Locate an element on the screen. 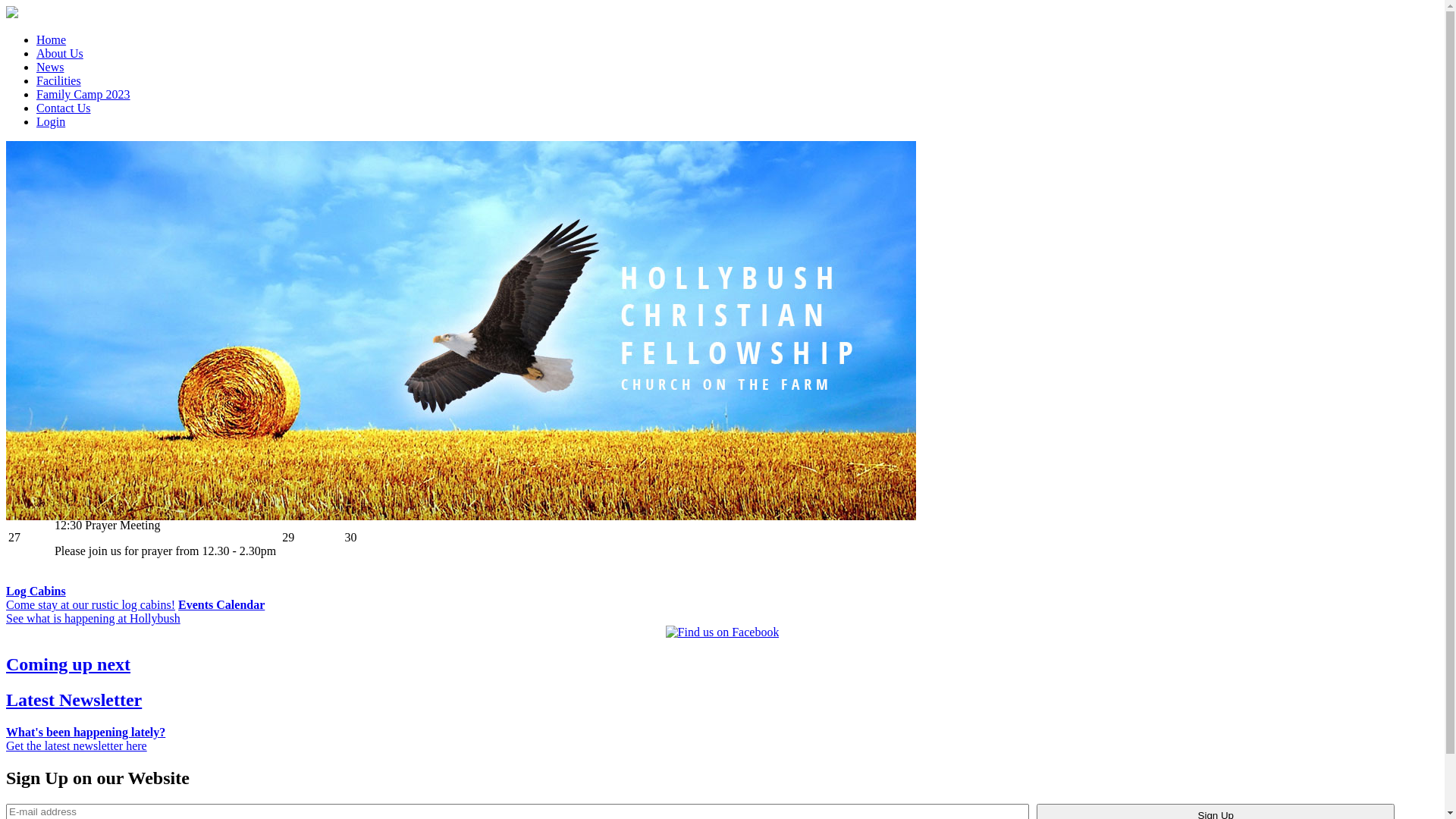  'Coming up next' is located at coordinates (6, 664).